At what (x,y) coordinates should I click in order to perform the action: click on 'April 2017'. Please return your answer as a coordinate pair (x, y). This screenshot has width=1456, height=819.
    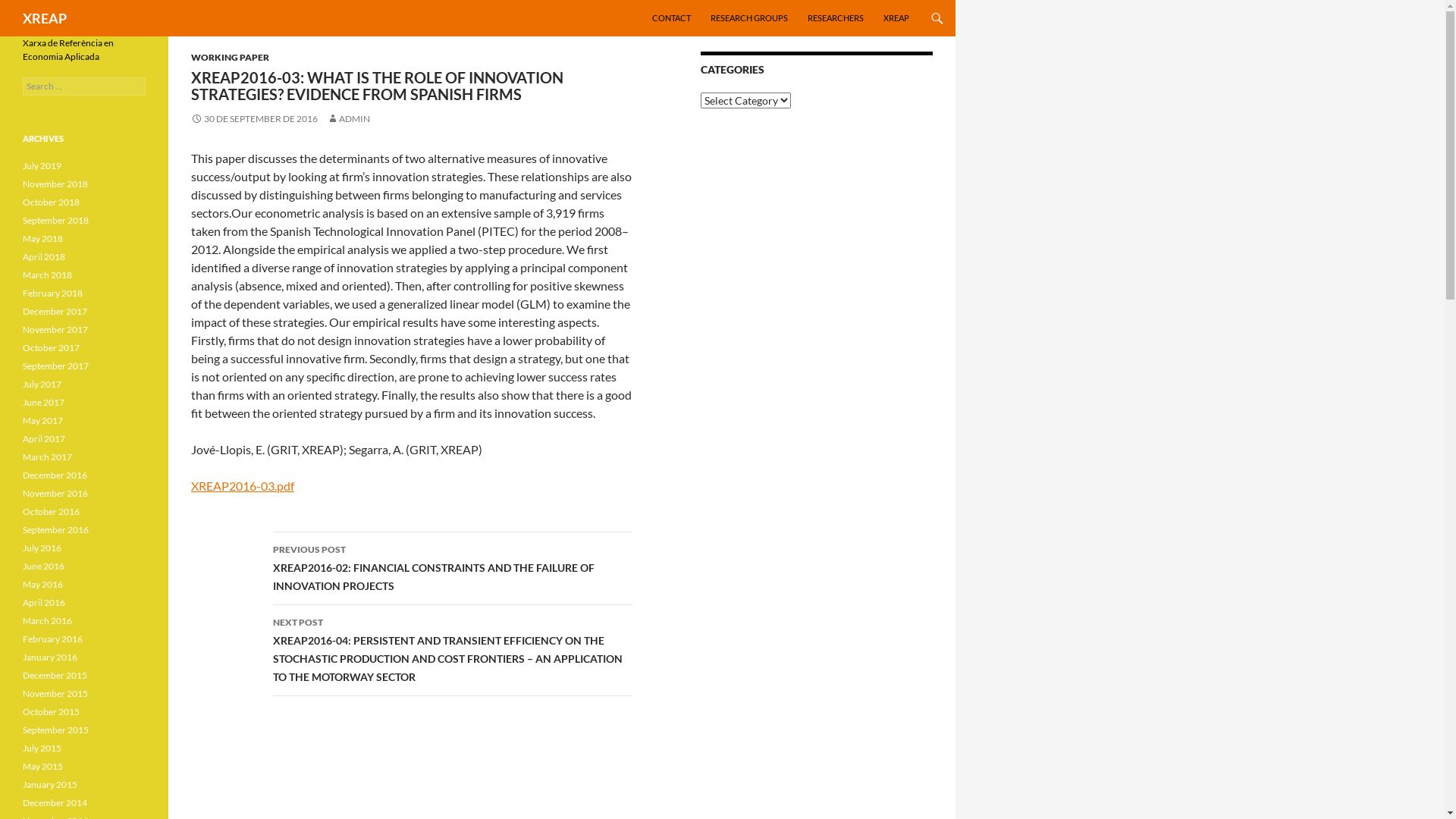
    Looking at the image, I should click on (43, 438).